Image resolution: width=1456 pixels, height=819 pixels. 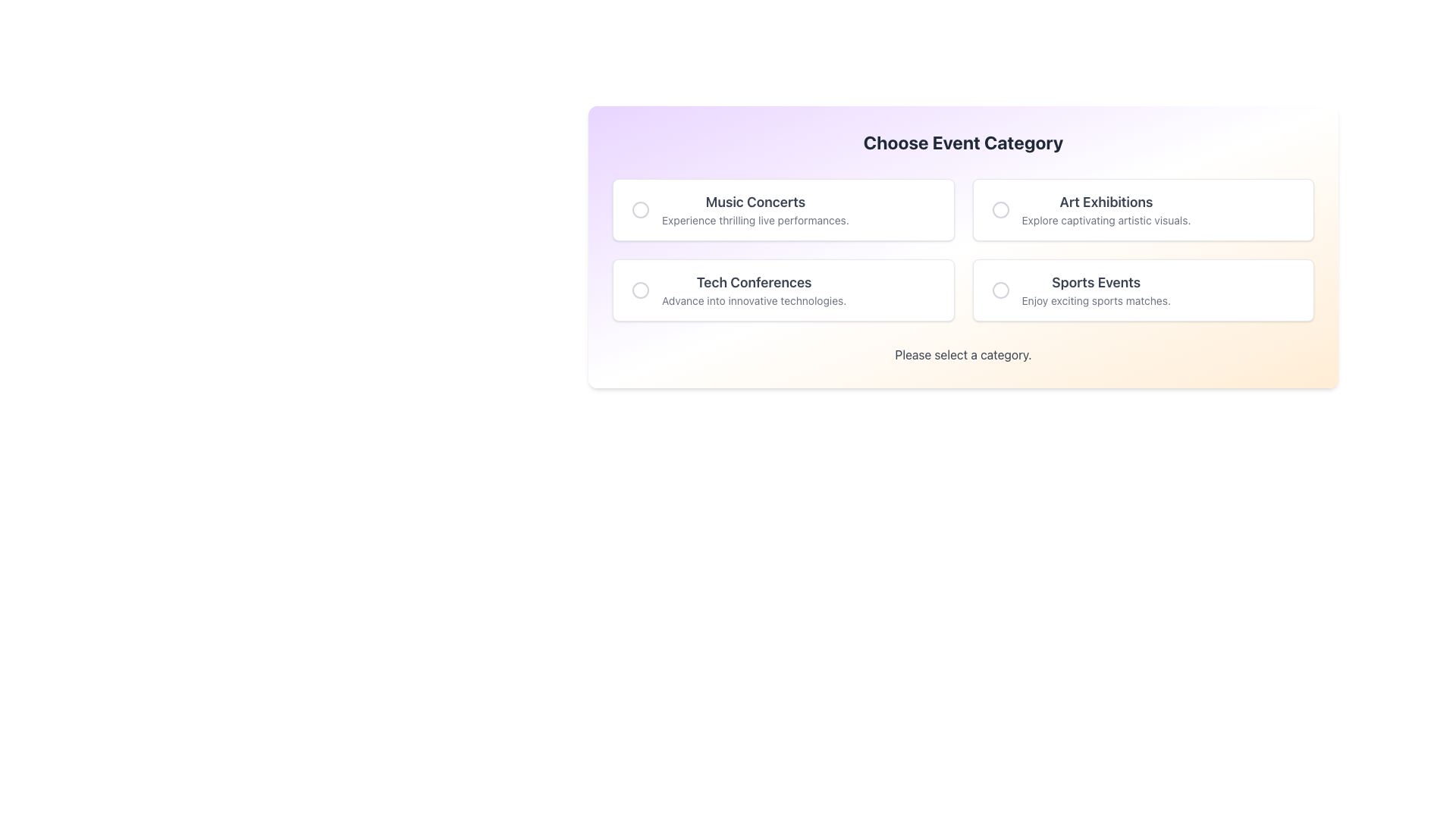 What do you see at coordinates (640, 210) in the screenshot?
I see `the circular radio button with a gray outline and white fill, located to the left of the 'Music Concerts' text in the 'Choose Event Category' selection interface` at bounding box center [640, 210].